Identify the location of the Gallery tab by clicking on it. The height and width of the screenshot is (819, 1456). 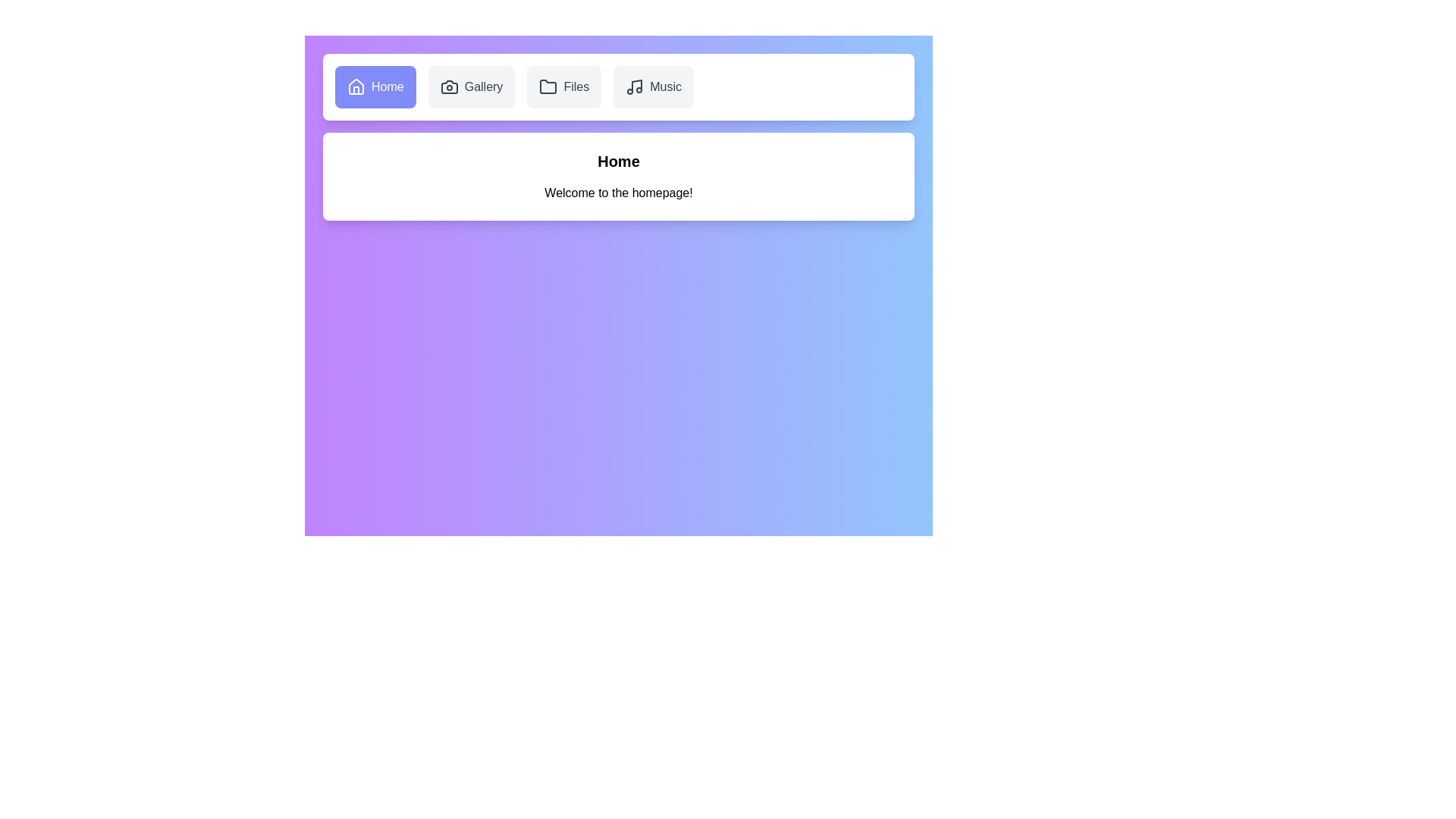
(471, 87).